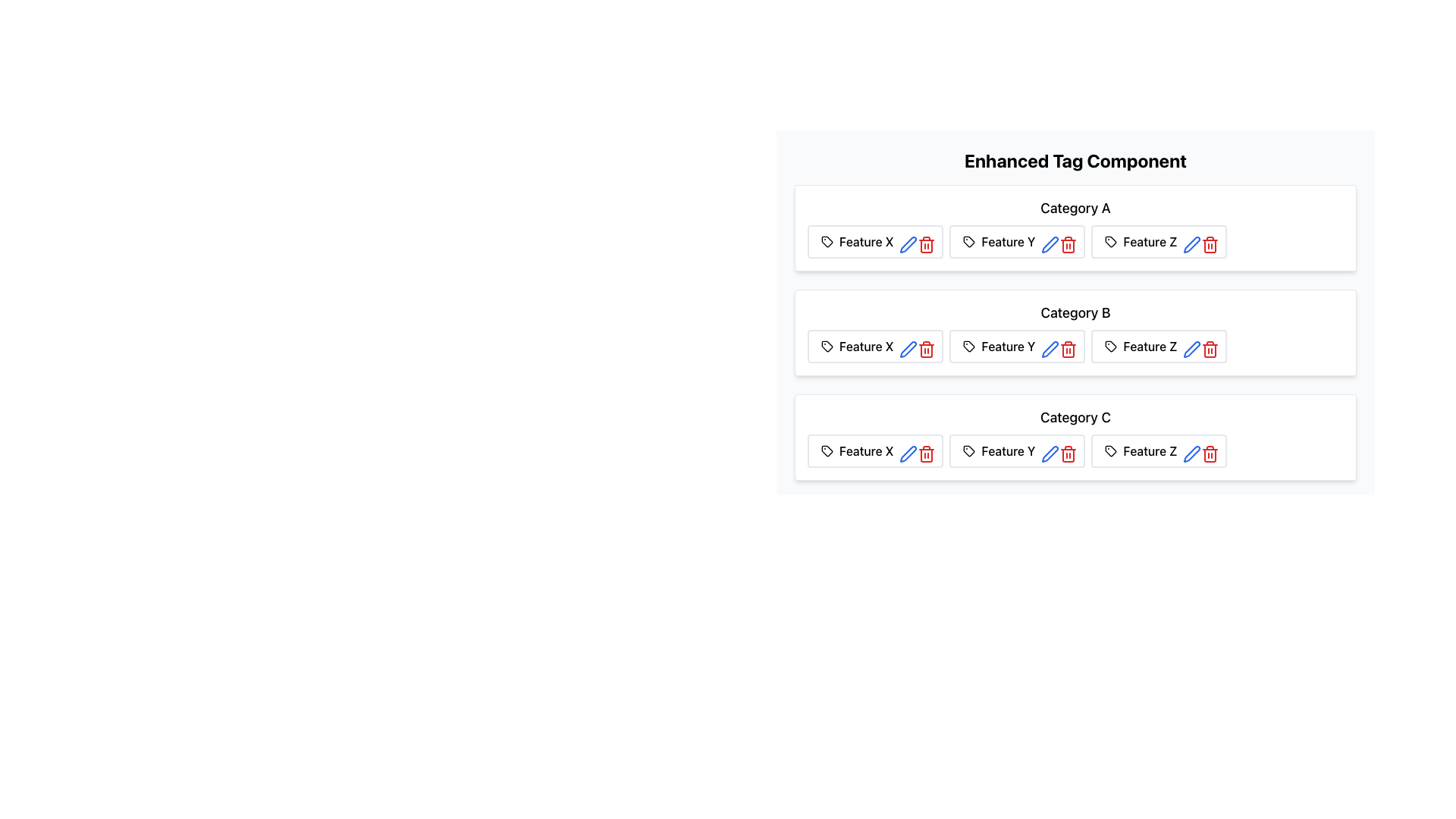 Image resolution: width=1456 pixels, height=819 pixels. I want to click on the trash bin icon styled button, located within the 'Feature X' group under 'Category A', to change its color to dark red, so click(923, 346).